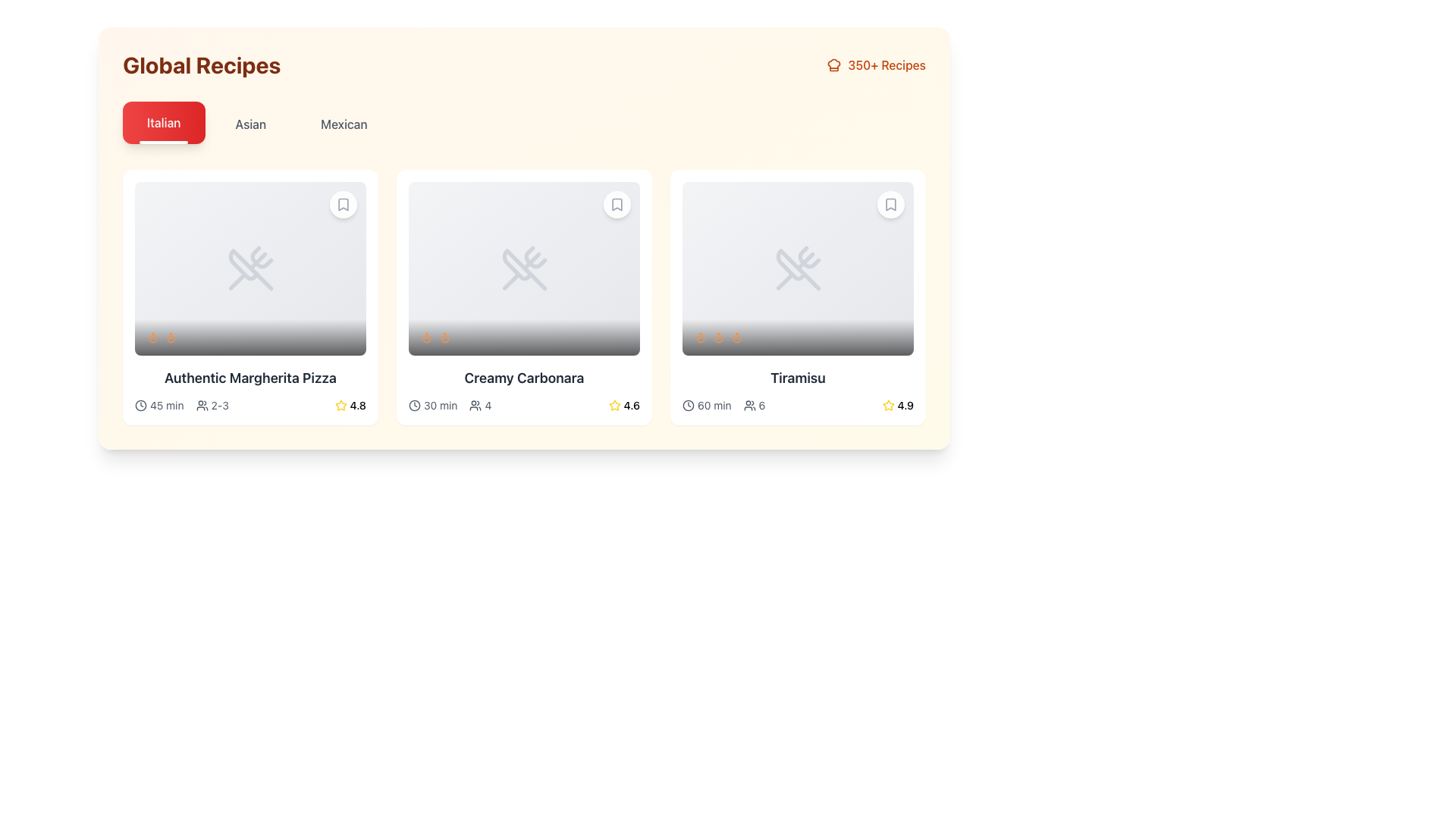  What do you see at coordinates (164, 122) in the screenshot?
I see `the 'Italian' category selector button, which has a white text on a red gradient background and is the first item in a horizontal list of category buttons` at bounding box center [164, 122].